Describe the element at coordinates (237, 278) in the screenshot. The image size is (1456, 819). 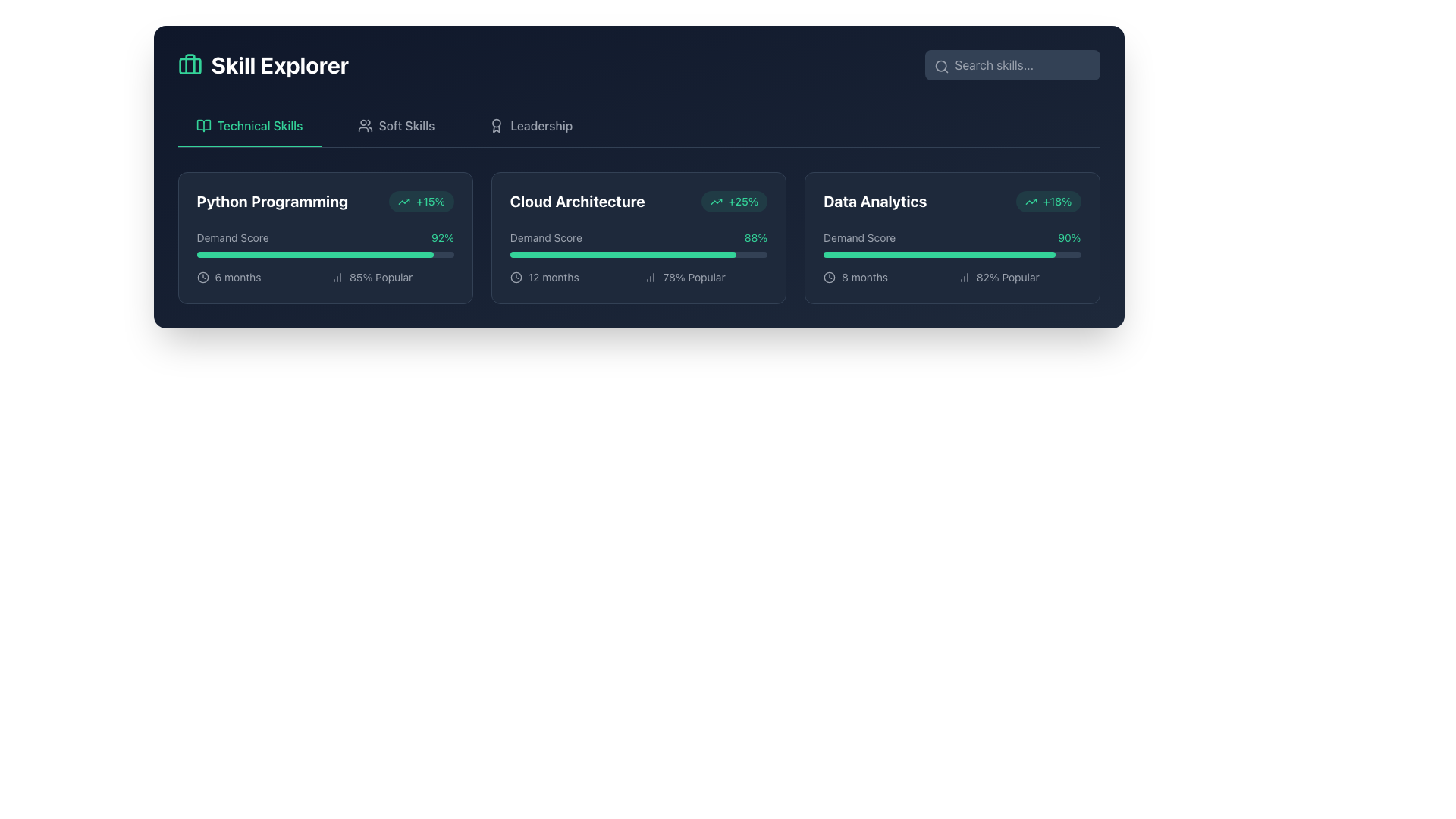
I see `the text label indicating the duration or time span in the lower-left area of the 'Python Programming' card within the 'Technical Skills' section, located to the right of a clock icon` at that location.